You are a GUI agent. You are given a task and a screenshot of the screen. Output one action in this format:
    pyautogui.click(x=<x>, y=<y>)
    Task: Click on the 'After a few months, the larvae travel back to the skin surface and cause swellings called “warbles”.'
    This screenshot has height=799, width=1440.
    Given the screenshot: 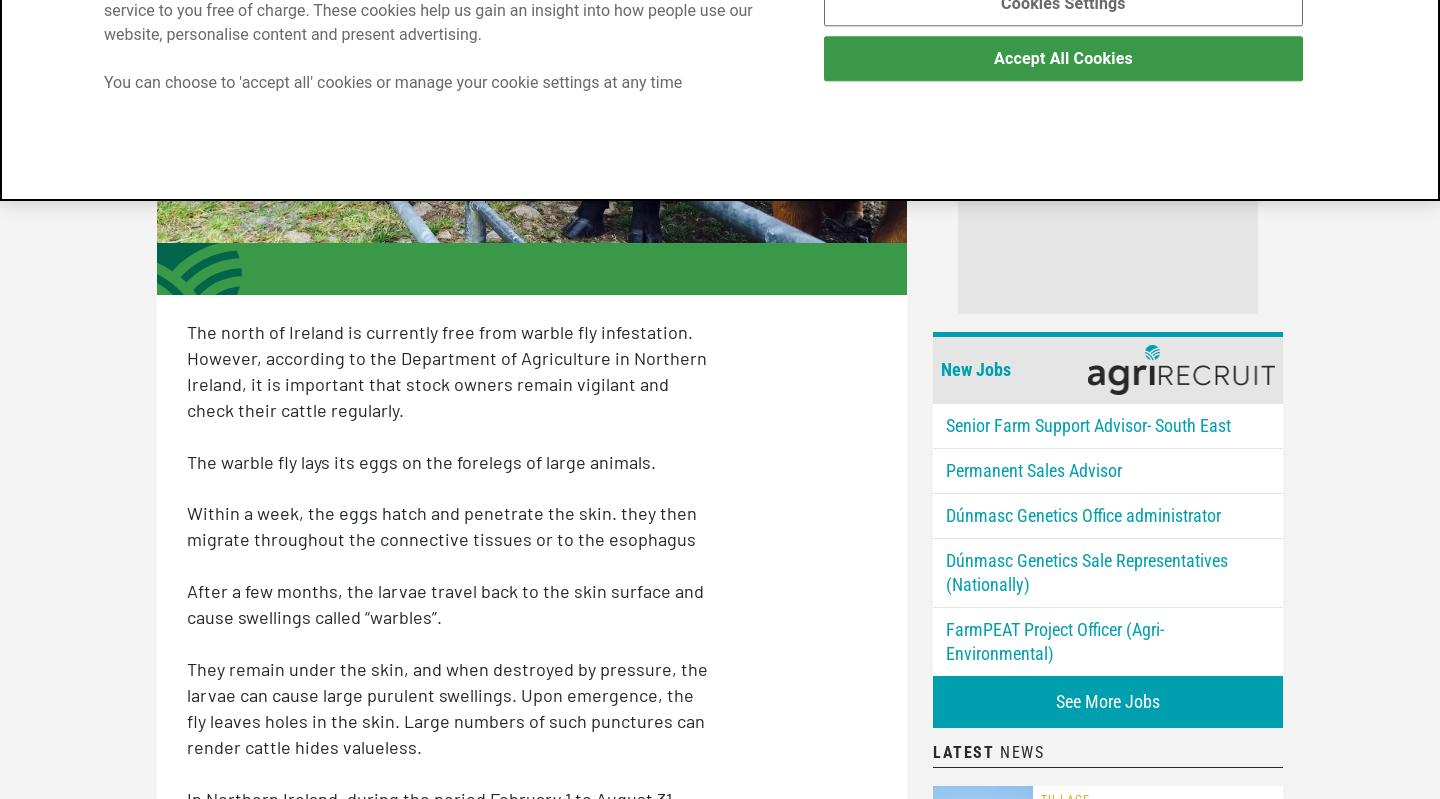 What is the action you would take?
    pyautogui.click(x=445, y=602)
    